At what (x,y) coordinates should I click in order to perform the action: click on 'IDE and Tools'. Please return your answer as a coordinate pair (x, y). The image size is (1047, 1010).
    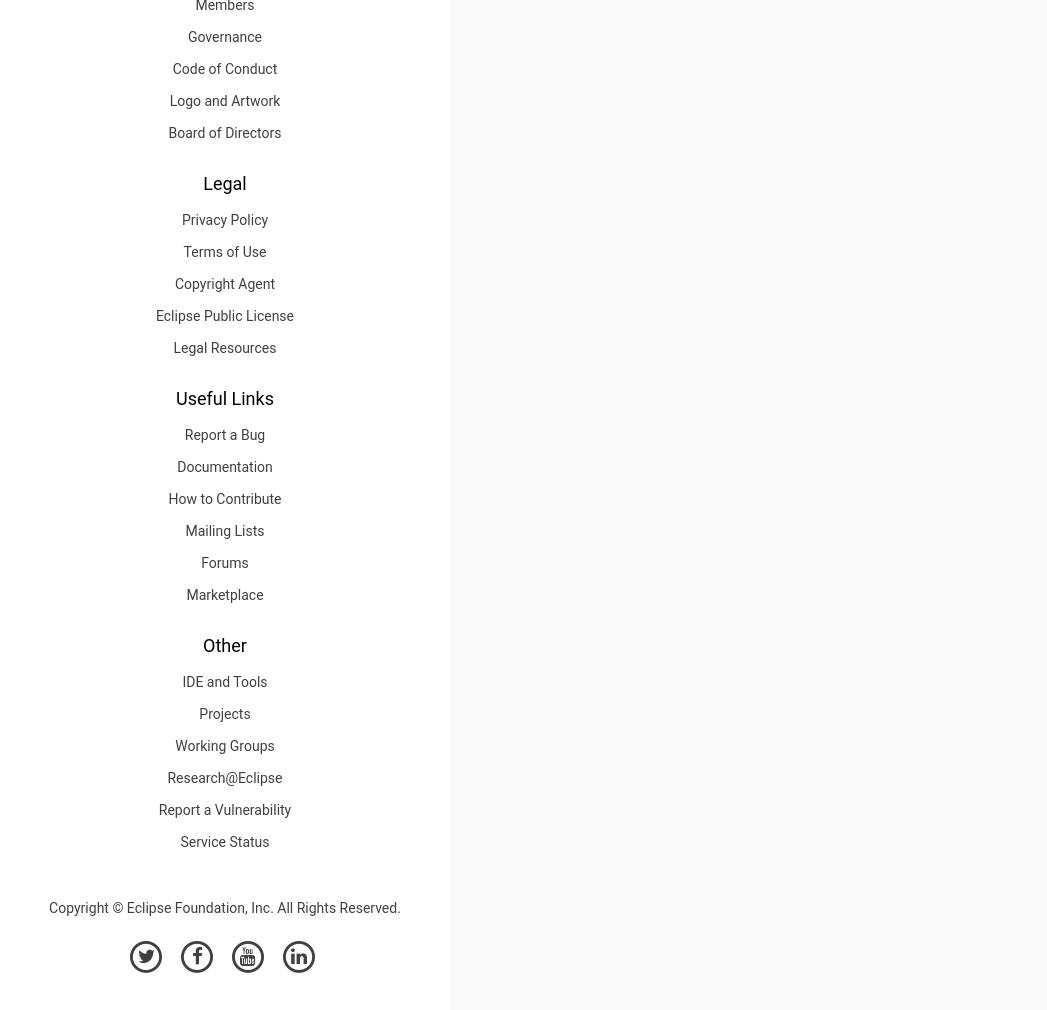
    Looking at the image, I should click on (223, 680).